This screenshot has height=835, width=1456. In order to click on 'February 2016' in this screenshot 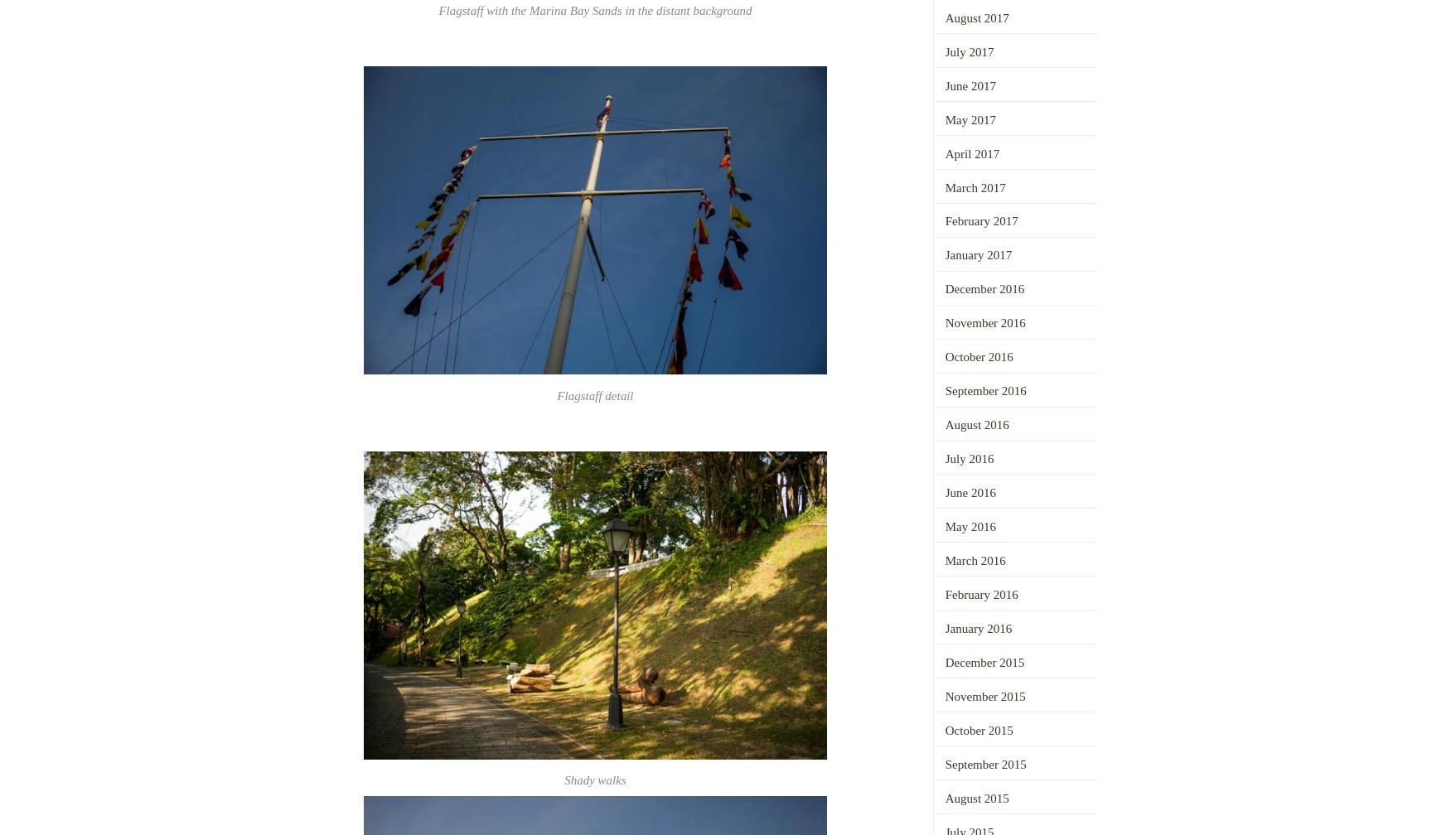, I will do `click(980, 594)`.